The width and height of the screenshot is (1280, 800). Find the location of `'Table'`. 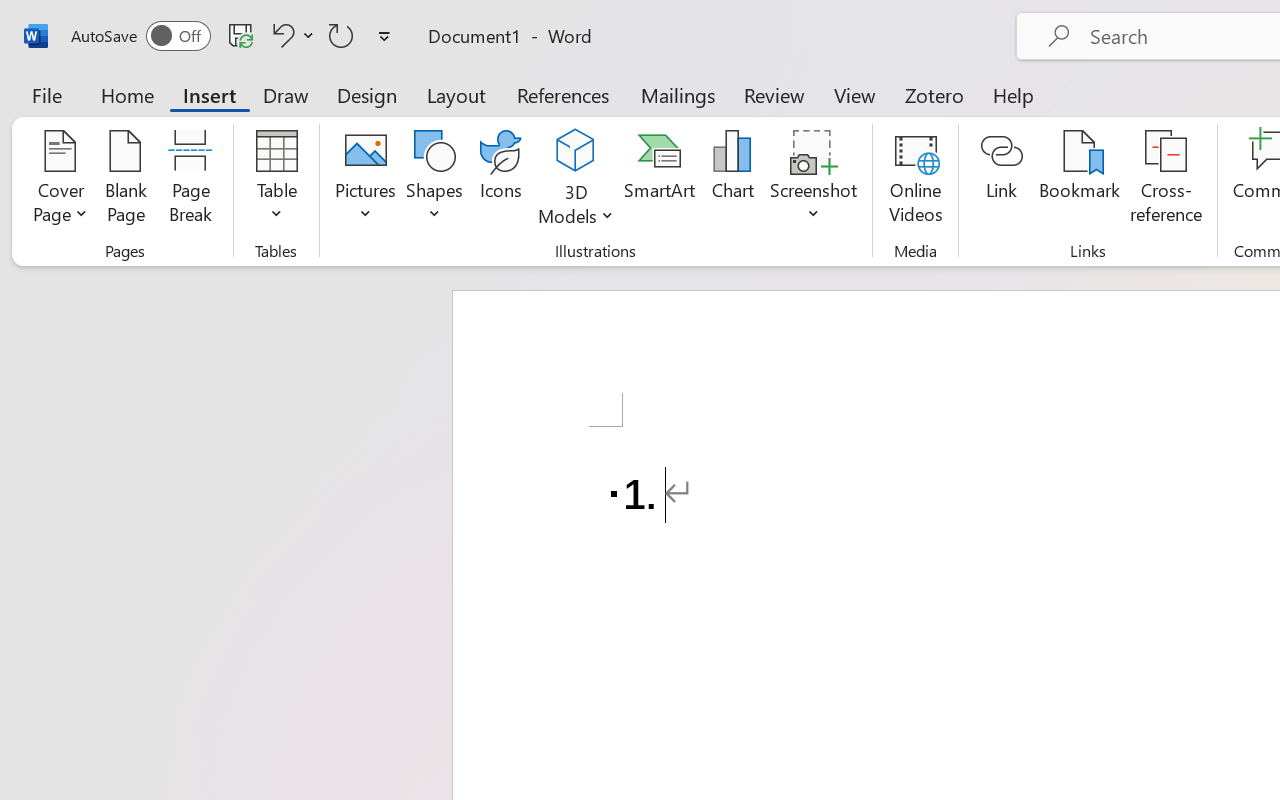

'Table' is located at coordinates (276, 179).